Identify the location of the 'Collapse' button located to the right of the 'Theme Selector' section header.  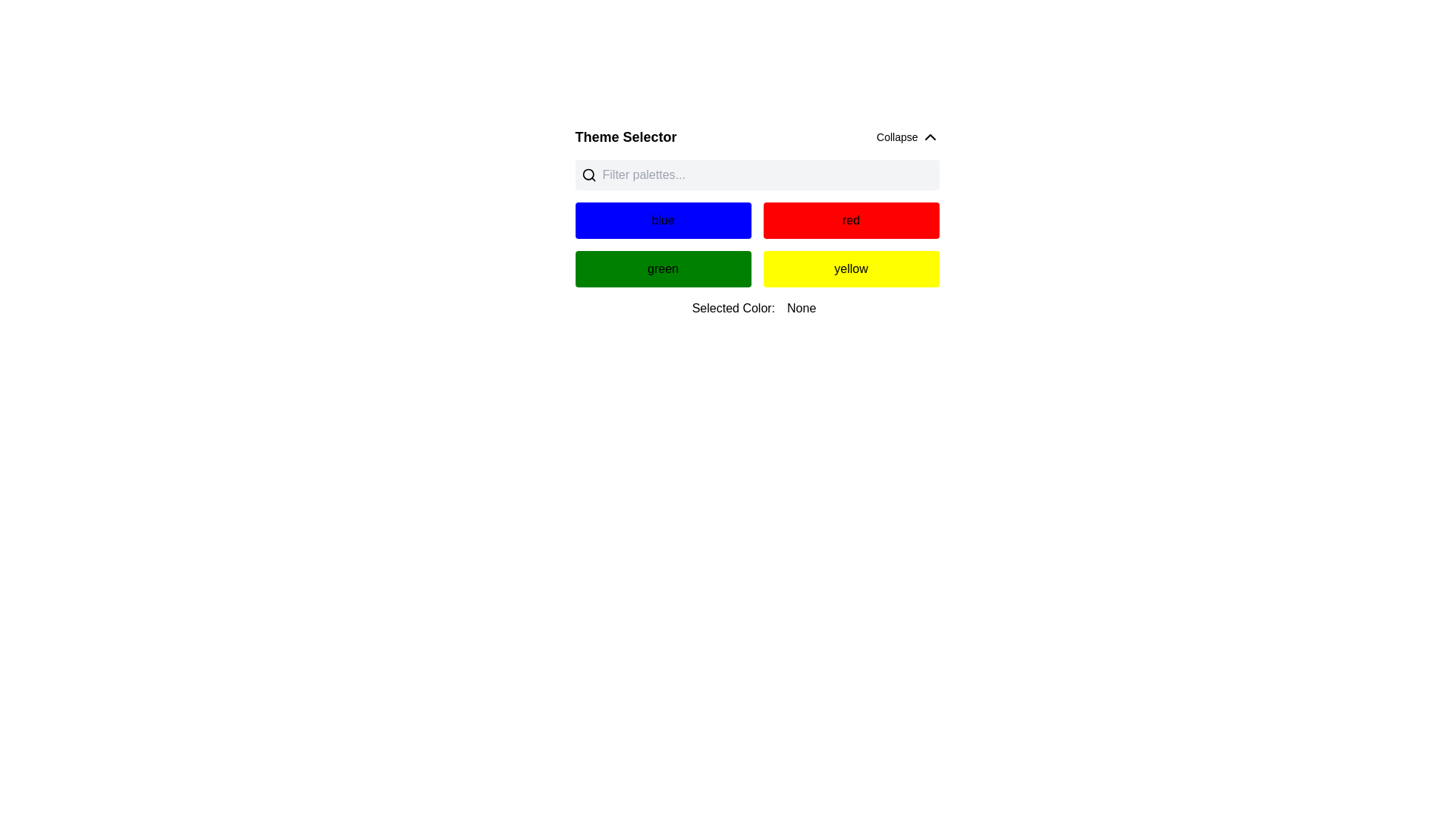
(908, 137).